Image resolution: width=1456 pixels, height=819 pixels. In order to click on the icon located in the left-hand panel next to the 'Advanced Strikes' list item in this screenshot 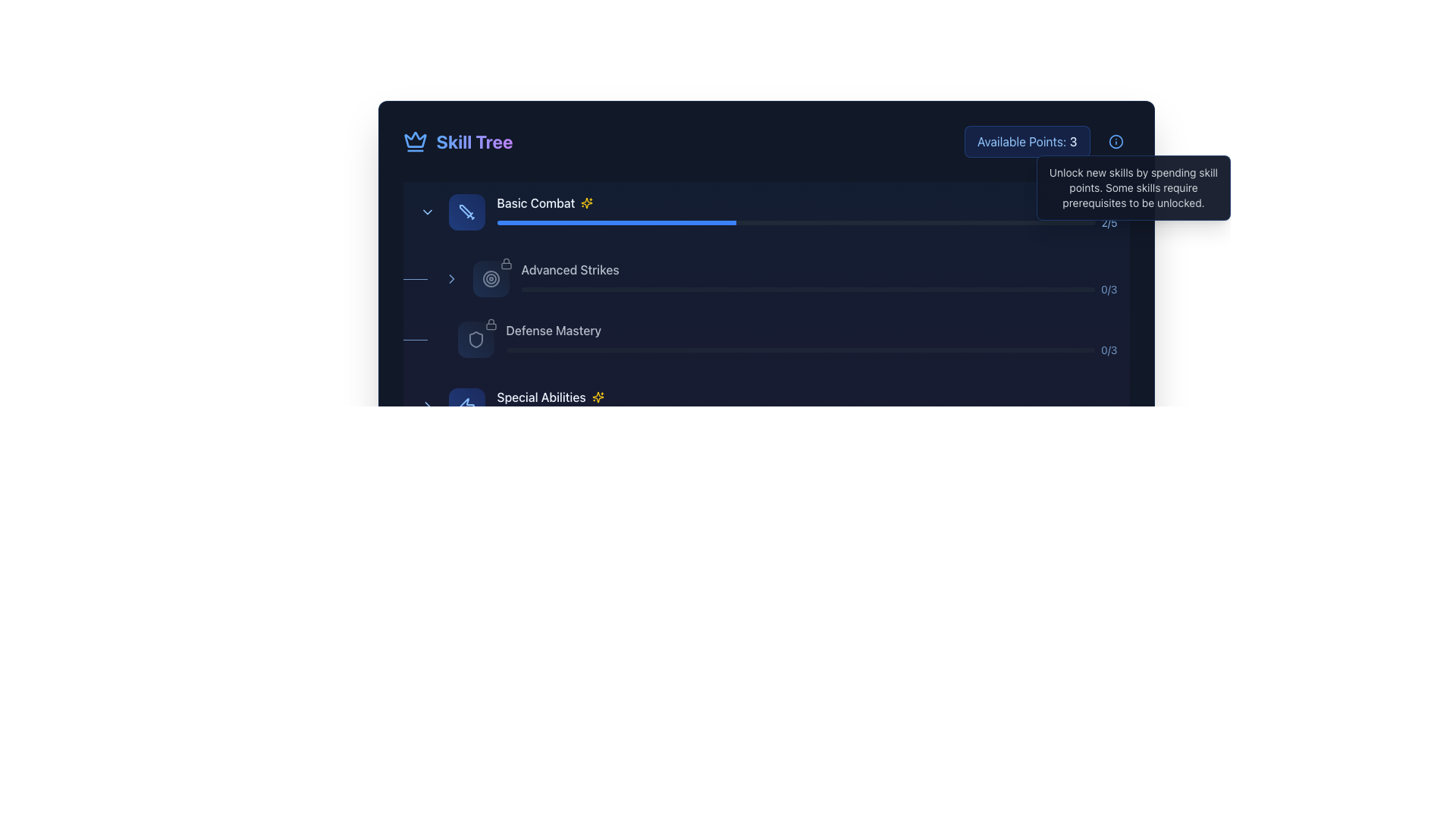, I will do `click(450, 278)`.